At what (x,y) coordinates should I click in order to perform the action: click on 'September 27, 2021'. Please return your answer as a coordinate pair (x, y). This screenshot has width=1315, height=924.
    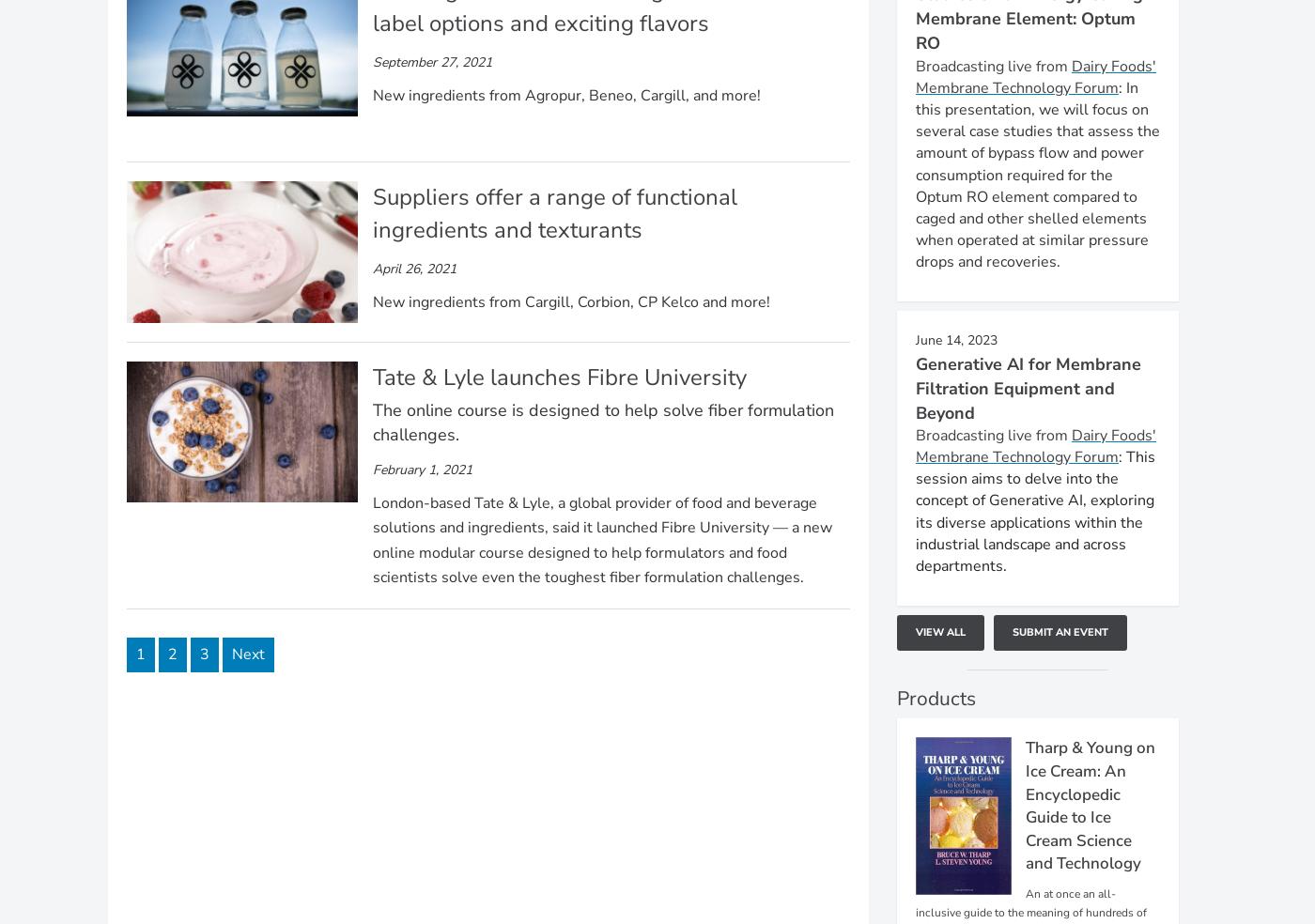
    Looking at the image, I should click on (431, 60).